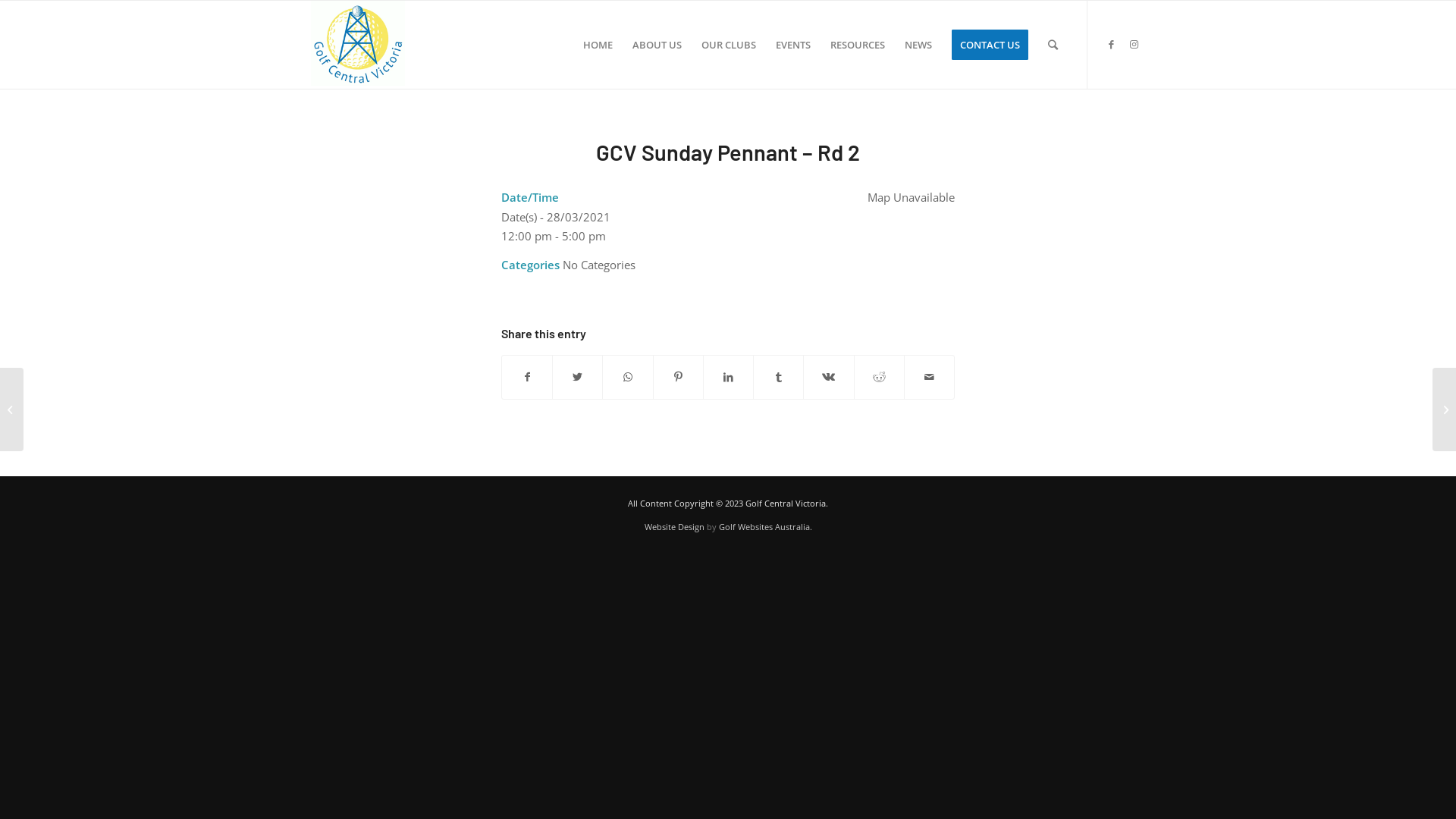 This screenshot has height=819, width=1456. What do you see at coordinates (657, 43) in the screenshot?
I see `'ABOUT US'` at bounding box center [657, 43].